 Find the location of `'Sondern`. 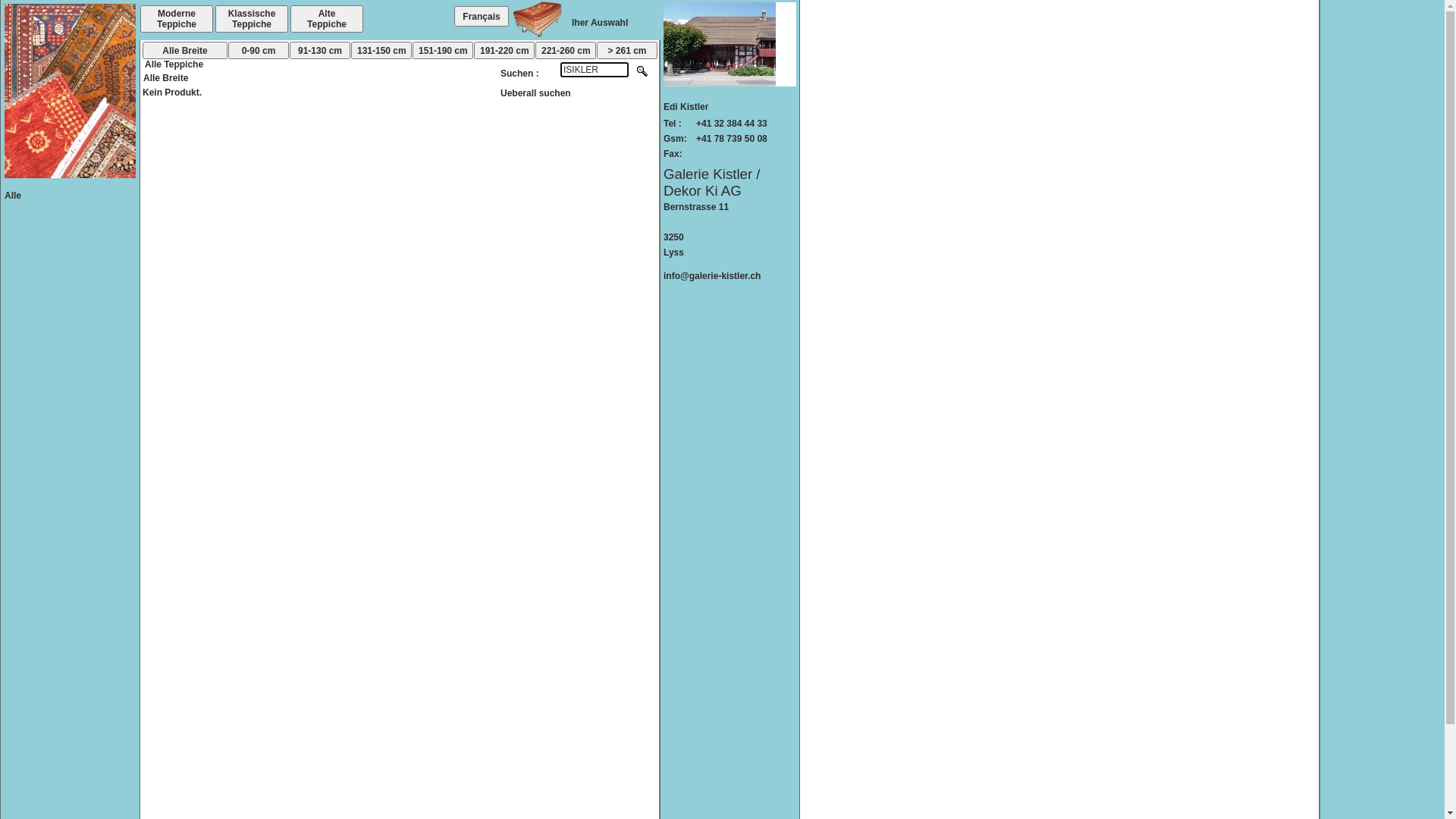

'Sondern is located at coordinates (401, 18).